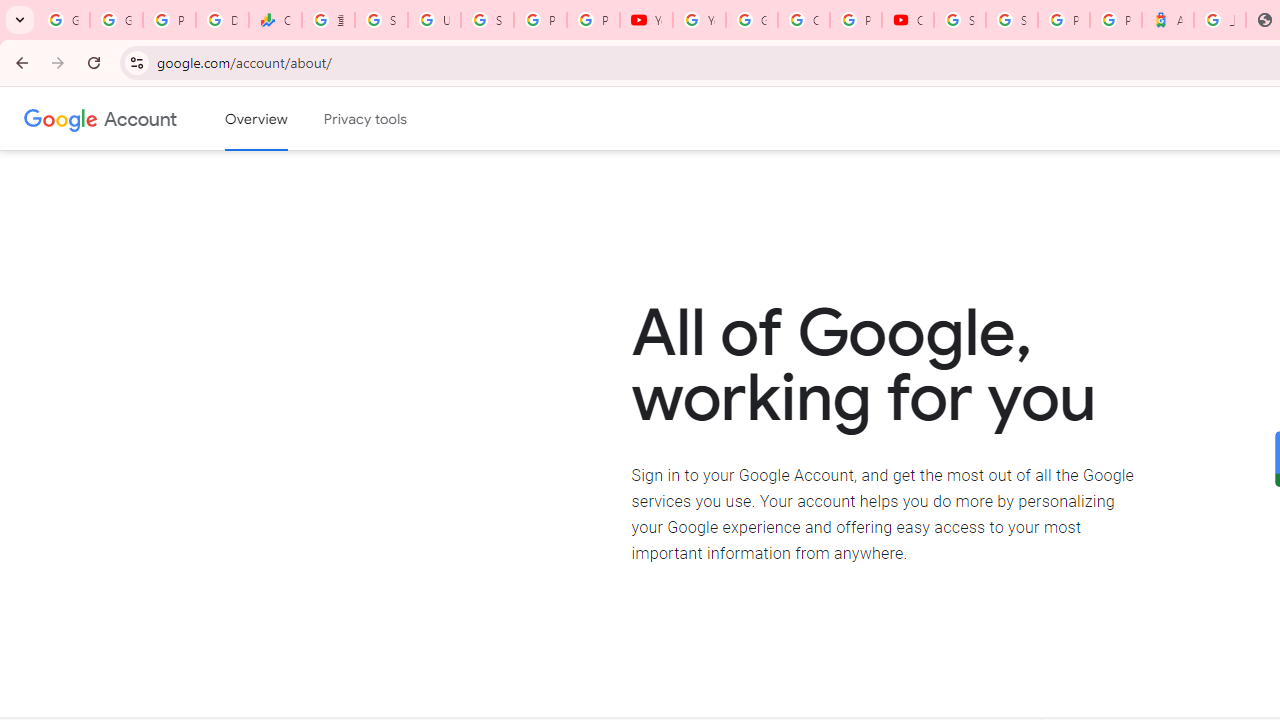 This screenshot has height=720, width=1280. What do you see at coordinates (58, 61) in the screenshot?
I see `'Forward'` at bounding box center [58, 61].